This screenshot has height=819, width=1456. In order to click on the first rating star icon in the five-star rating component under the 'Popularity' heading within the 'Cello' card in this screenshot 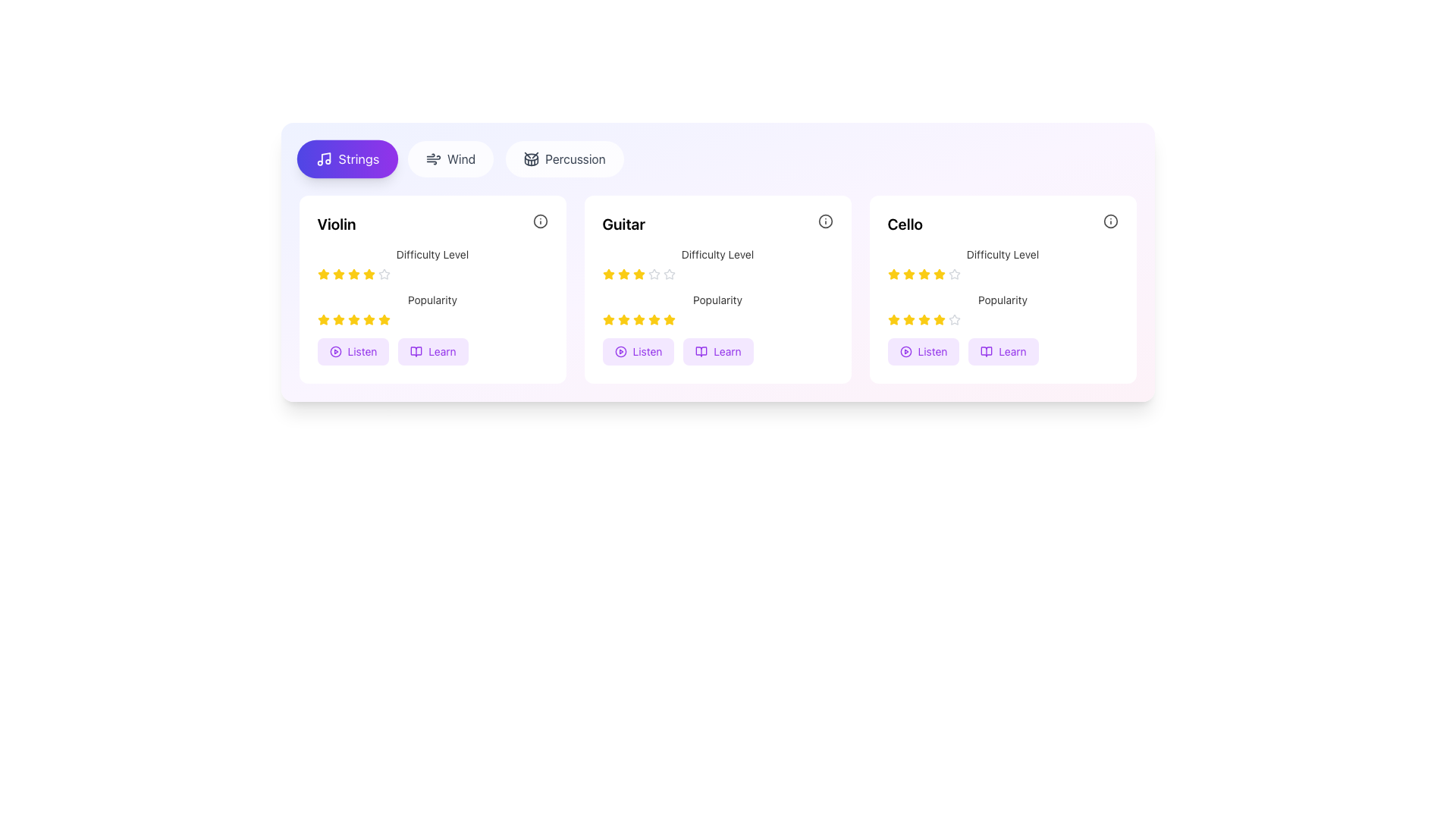, I will do `click(893, 318)`.